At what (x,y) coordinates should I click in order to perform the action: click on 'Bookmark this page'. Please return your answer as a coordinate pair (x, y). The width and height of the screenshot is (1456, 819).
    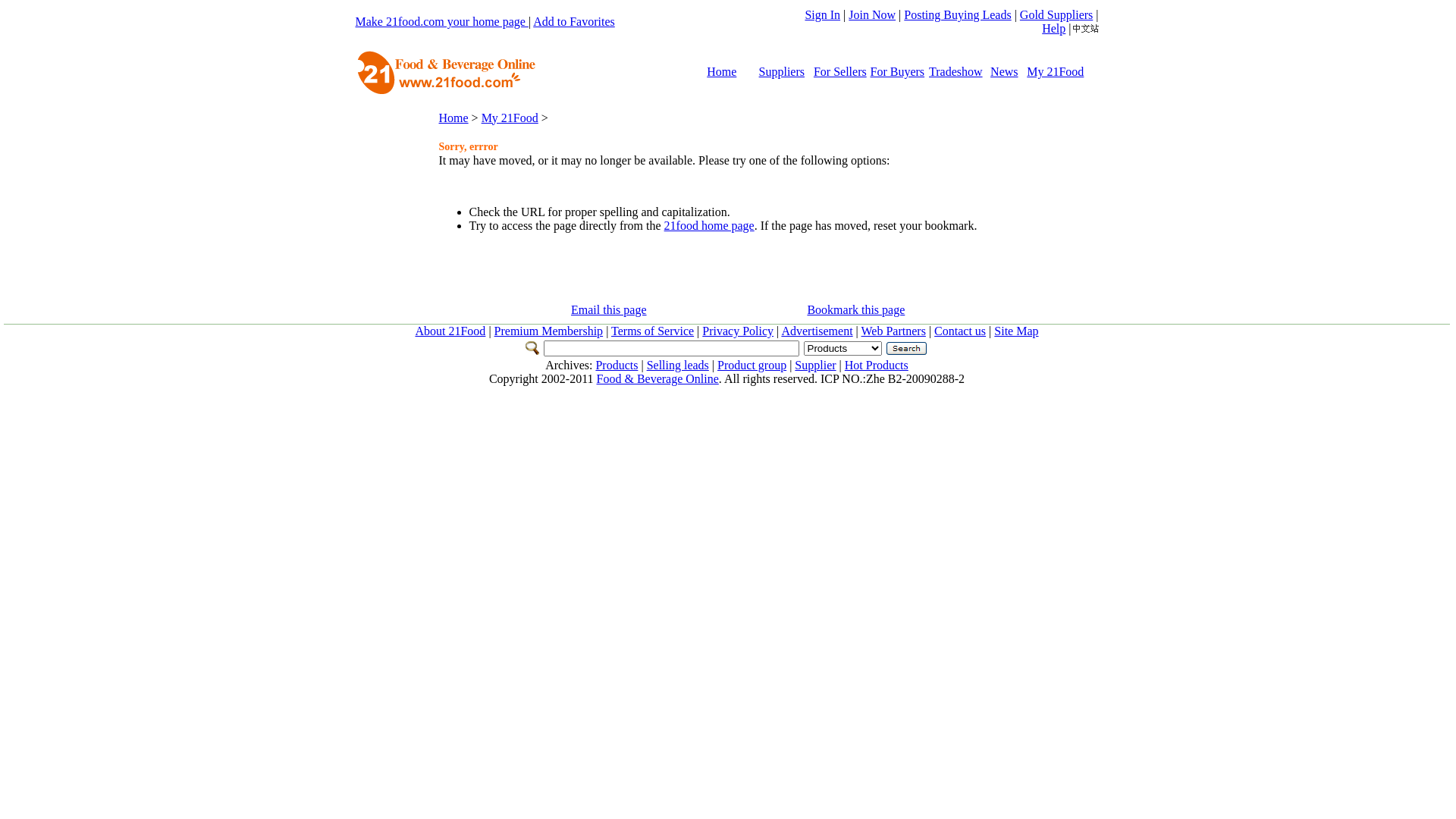
    Looking at the image, I should click on (855, 309).